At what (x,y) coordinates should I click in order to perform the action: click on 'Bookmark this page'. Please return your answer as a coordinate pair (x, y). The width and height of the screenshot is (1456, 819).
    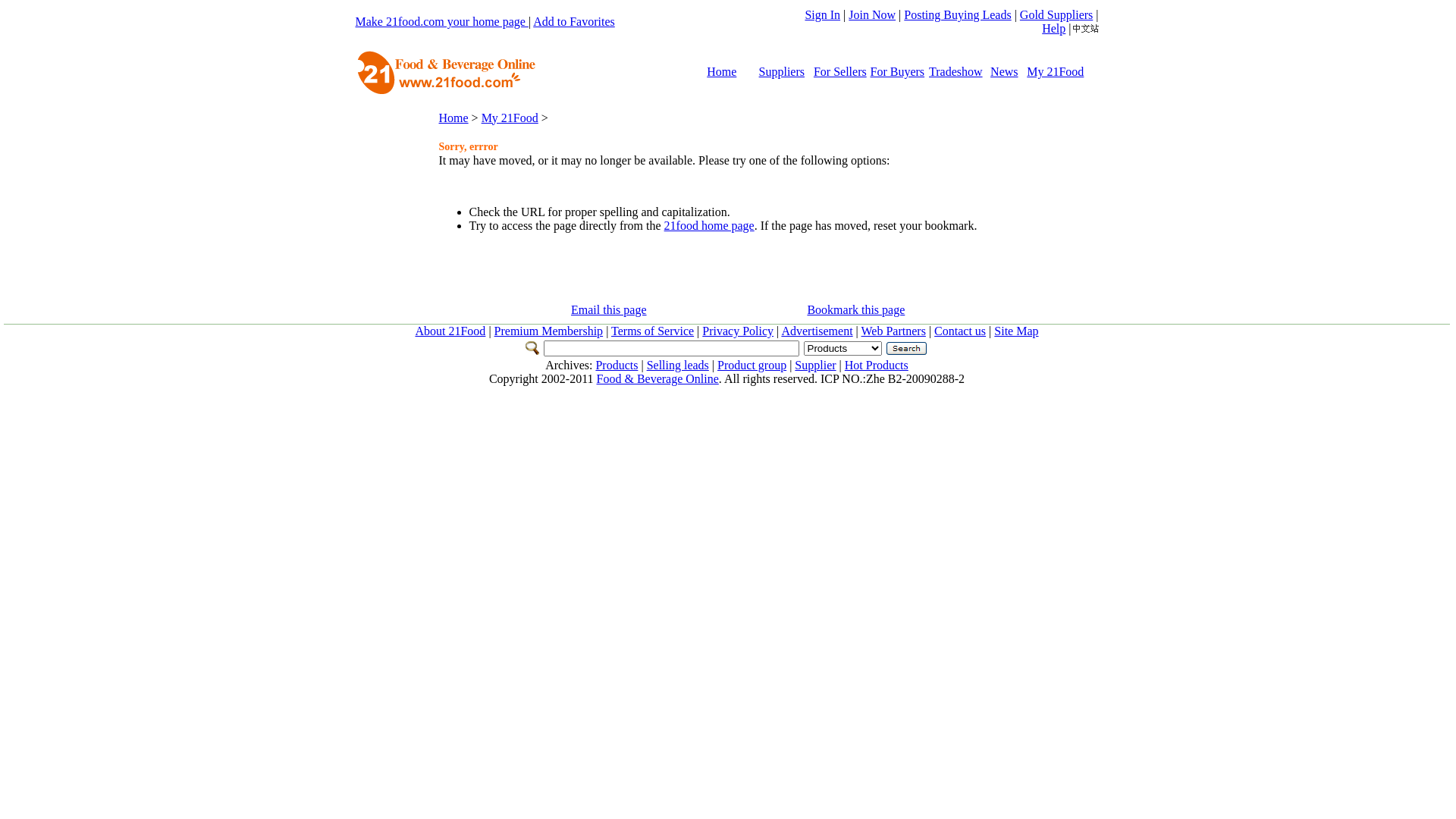
    Looking at the image, I should click on (855, 309).